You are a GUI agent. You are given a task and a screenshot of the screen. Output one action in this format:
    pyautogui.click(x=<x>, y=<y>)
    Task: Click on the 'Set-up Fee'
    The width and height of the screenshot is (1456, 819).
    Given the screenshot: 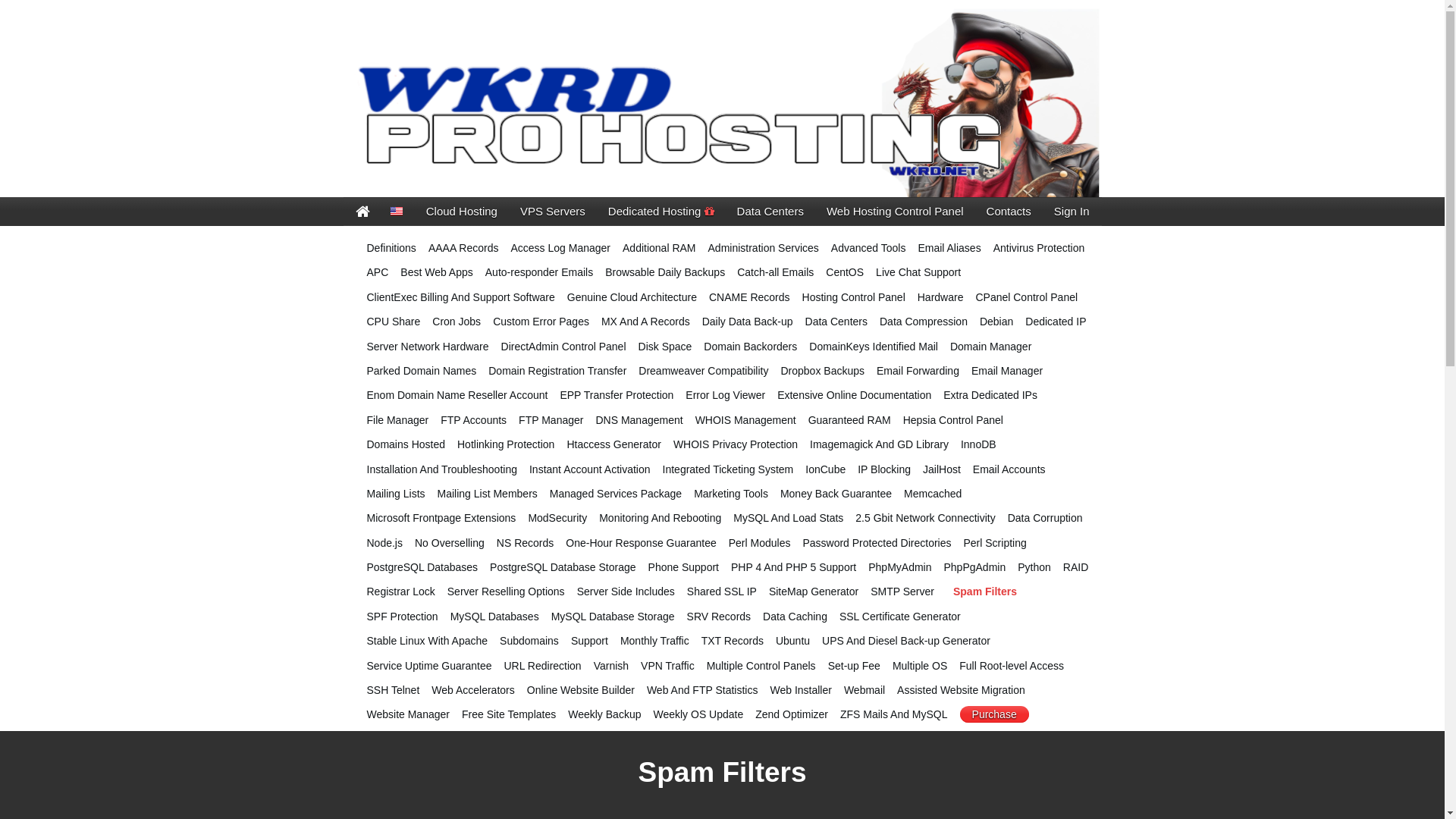 What is the action you would take?
    pyautogui.click(x=854, y=665)
    